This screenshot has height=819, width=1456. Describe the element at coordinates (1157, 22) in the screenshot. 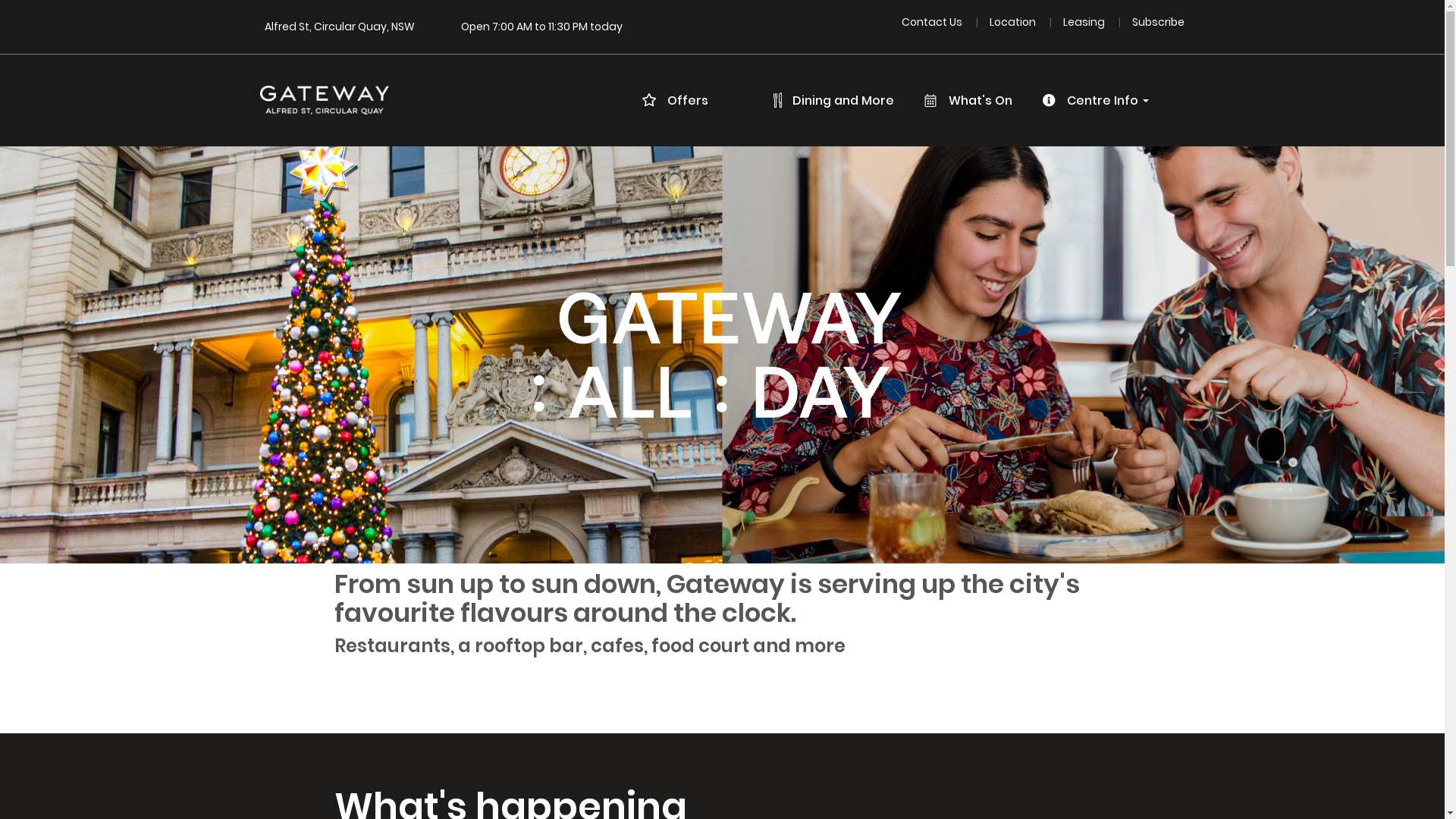

I see `'Subscribe'` at that location.